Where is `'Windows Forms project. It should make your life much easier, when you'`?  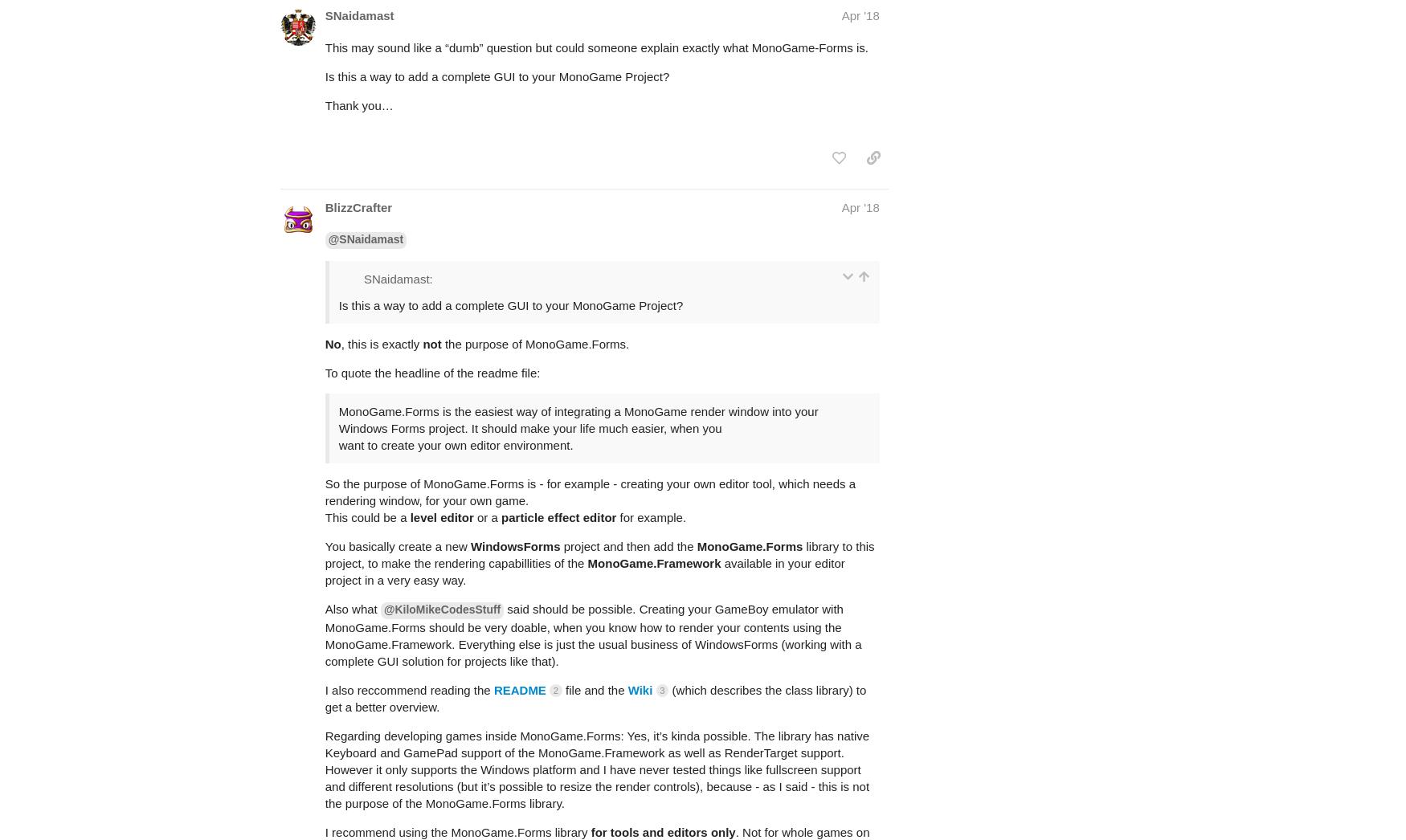
'Windows Forms project. It should make your life much easier, when you' is located at coordinates (529, 364).